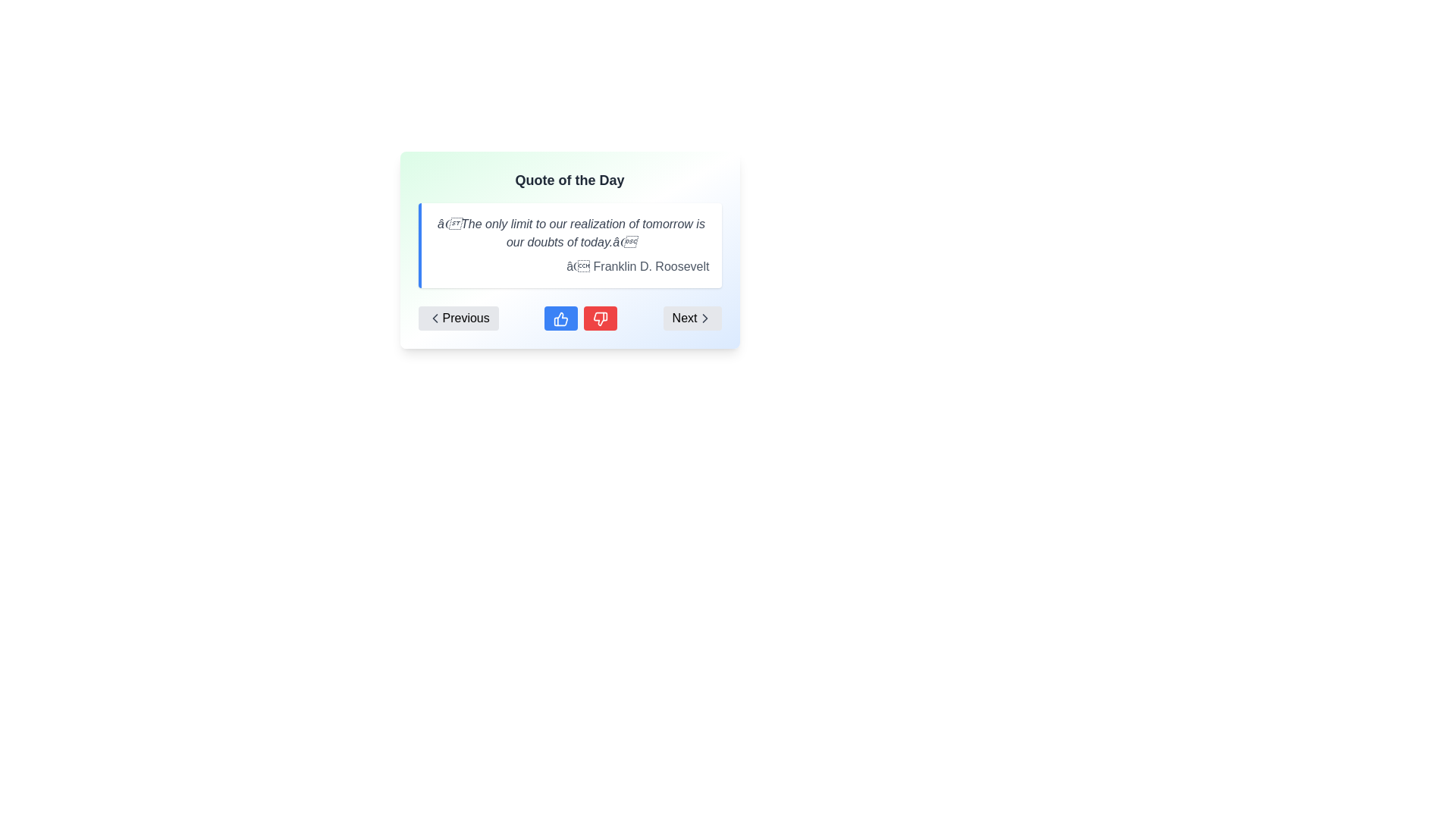  What do you see at coordinates (434, 318) in the screenshot?
I see `the chevron icon inside the 'Previous' button` at bounding box center [434, 318].